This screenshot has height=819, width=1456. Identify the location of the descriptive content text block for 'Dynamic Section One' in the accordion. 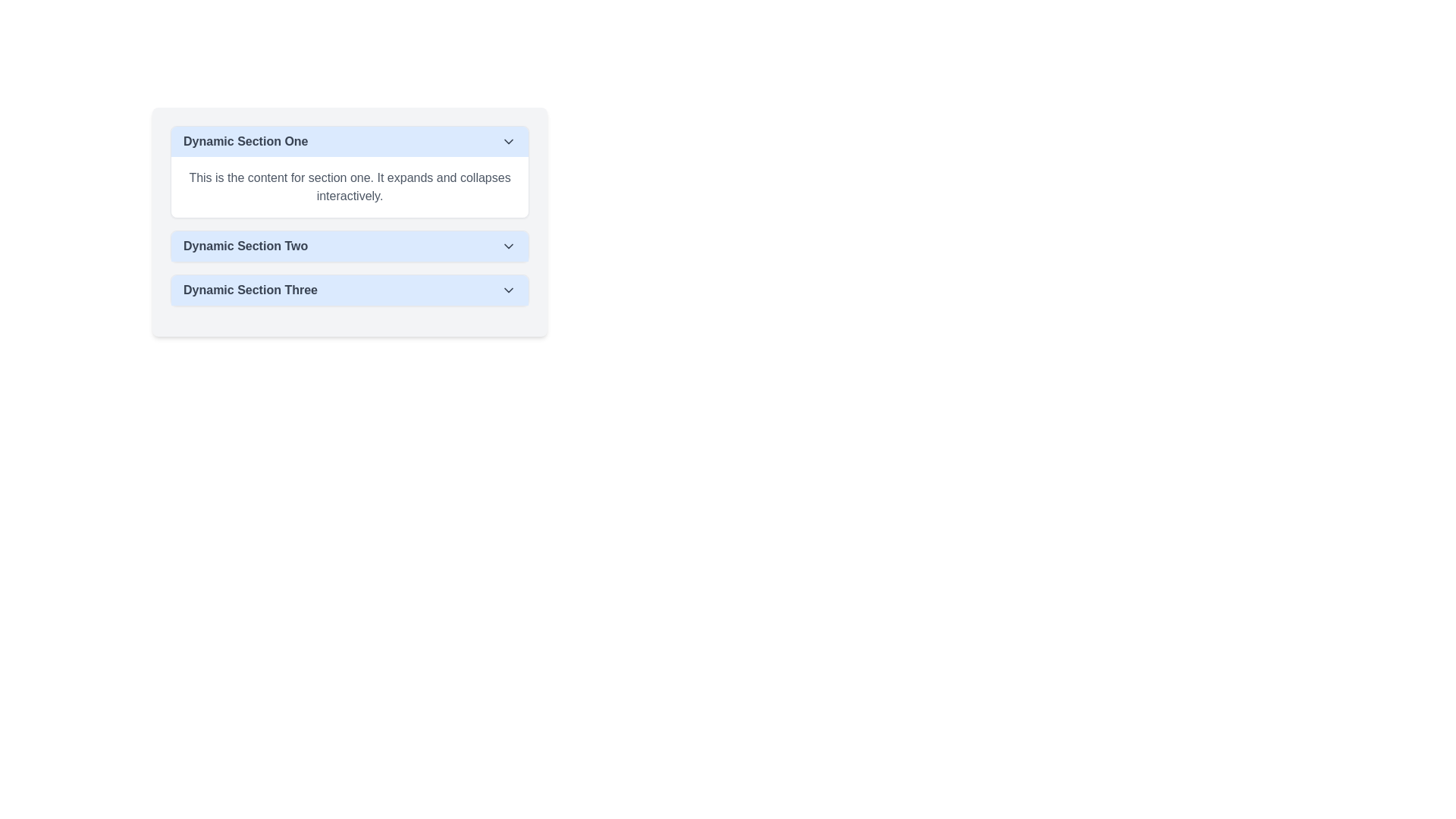
(349, 186).